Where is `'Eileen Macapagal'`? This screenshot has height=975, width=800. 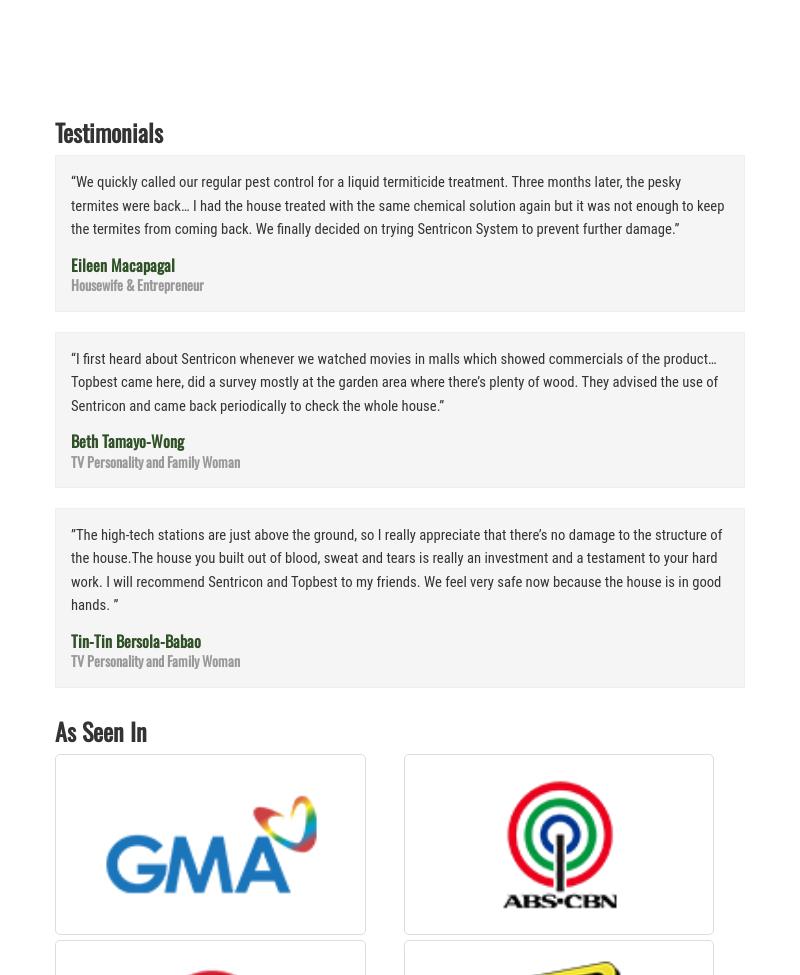 'Eileen Macapagal' is located at coordinates (121, 264).